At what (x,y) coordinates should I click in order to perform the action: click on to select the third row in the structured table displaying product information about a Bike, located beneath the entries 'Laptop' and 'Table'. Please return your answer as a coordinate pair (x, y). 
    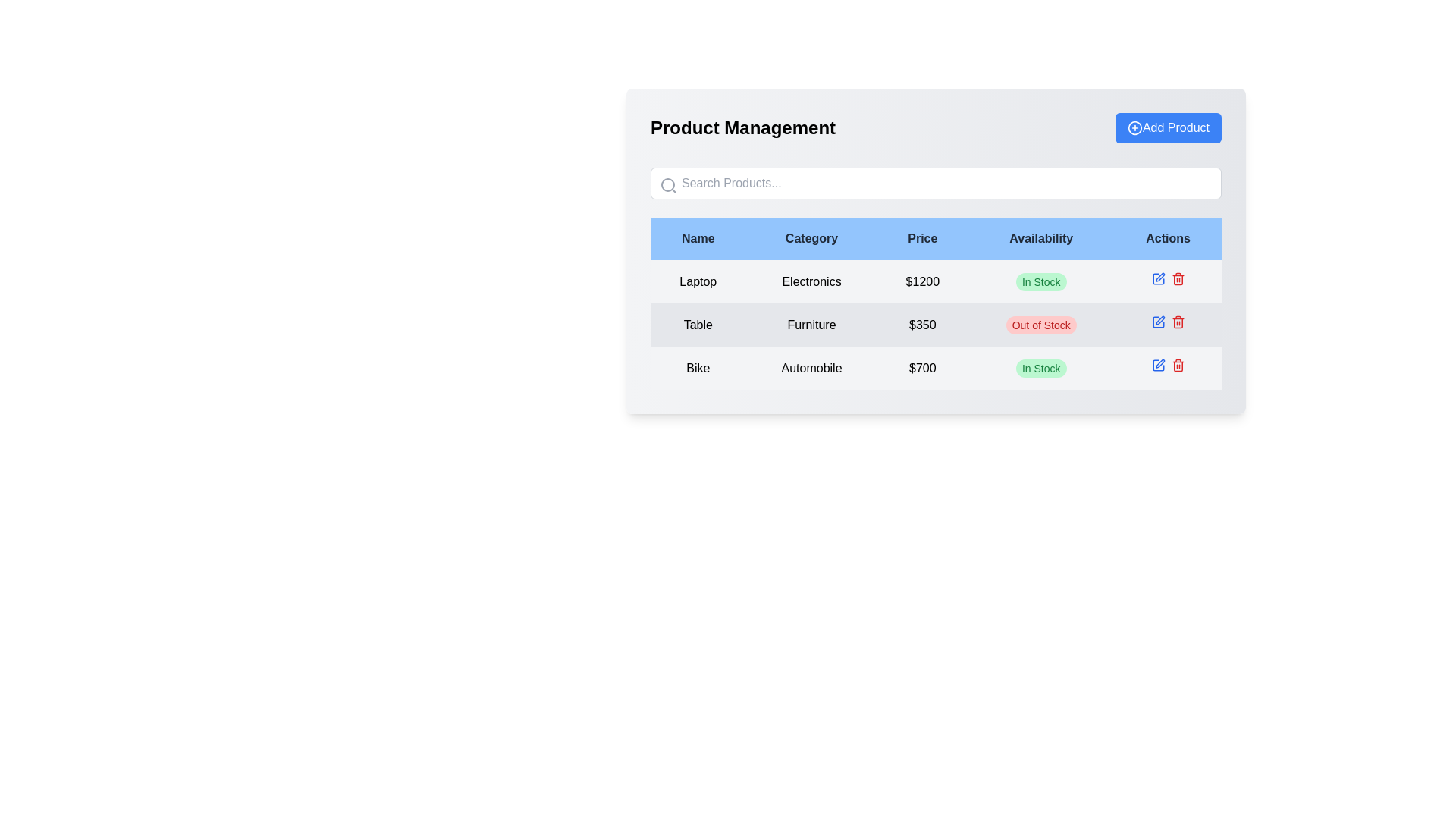
    Looking at the image, I should click on (935, 368).